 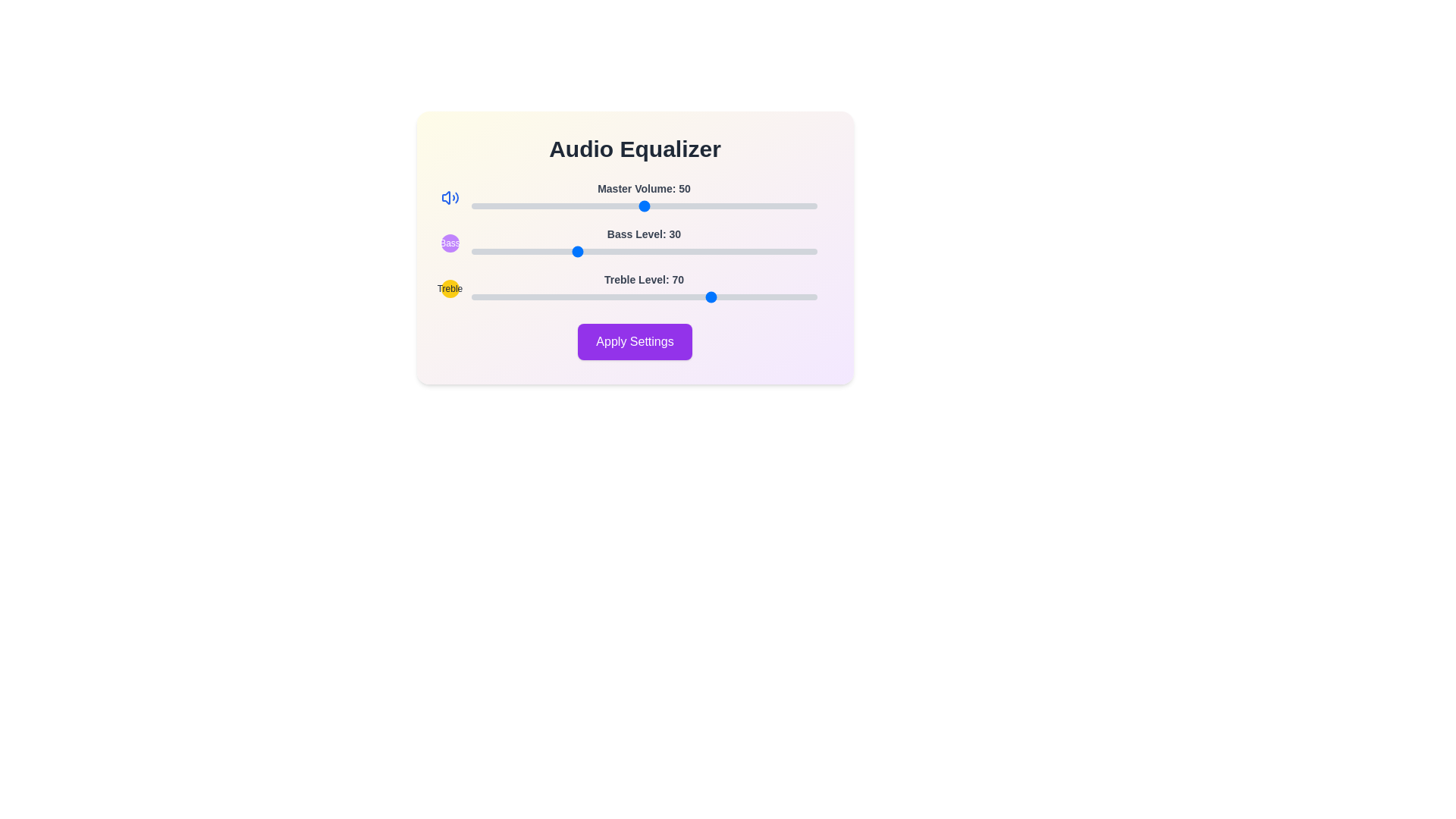 I want to click on Treble Level, so click(x=719, y=297).